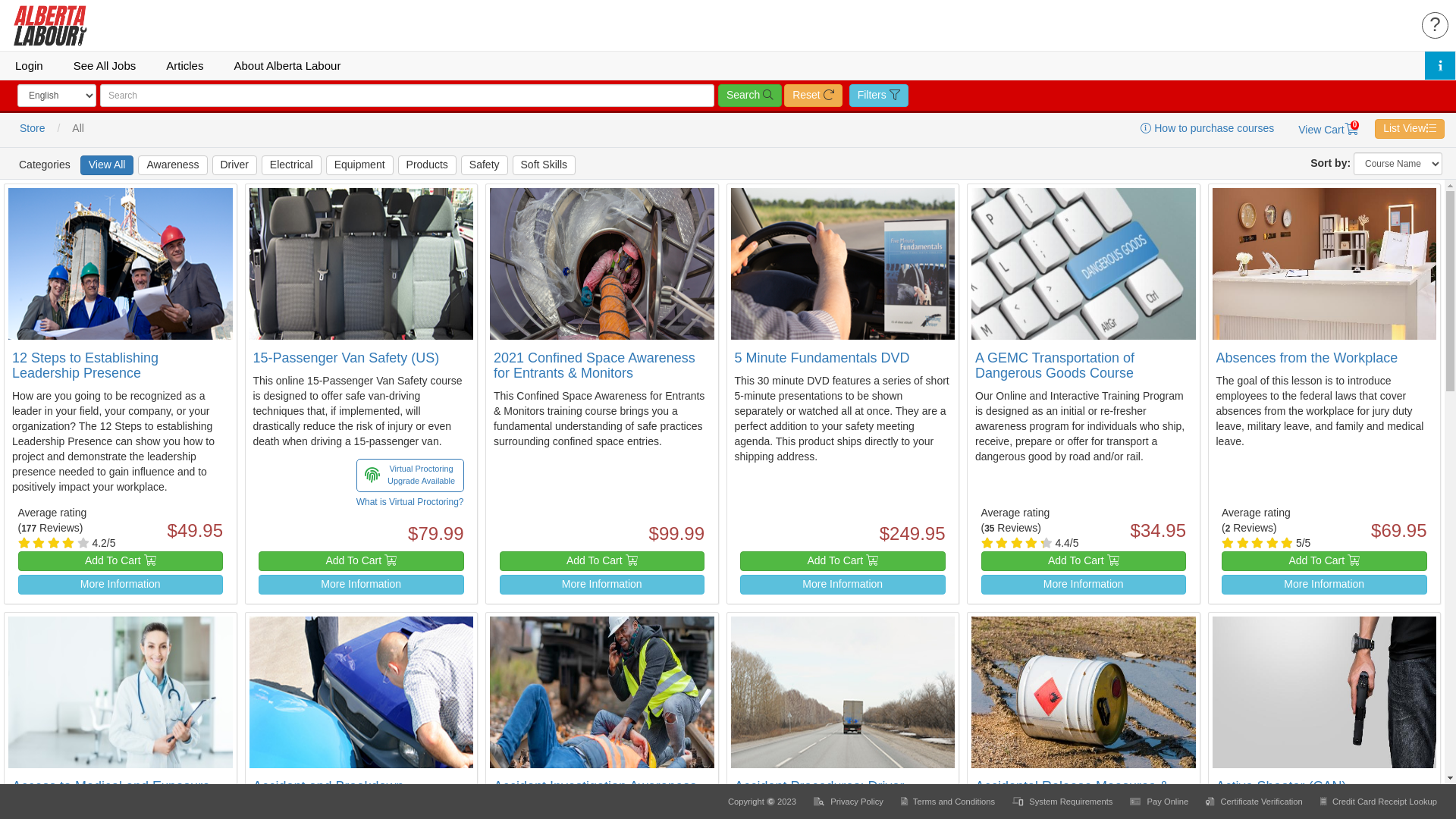 The height and width of the screenshot is (819, 1456). I want to click on 'Login', so click(29, 64).